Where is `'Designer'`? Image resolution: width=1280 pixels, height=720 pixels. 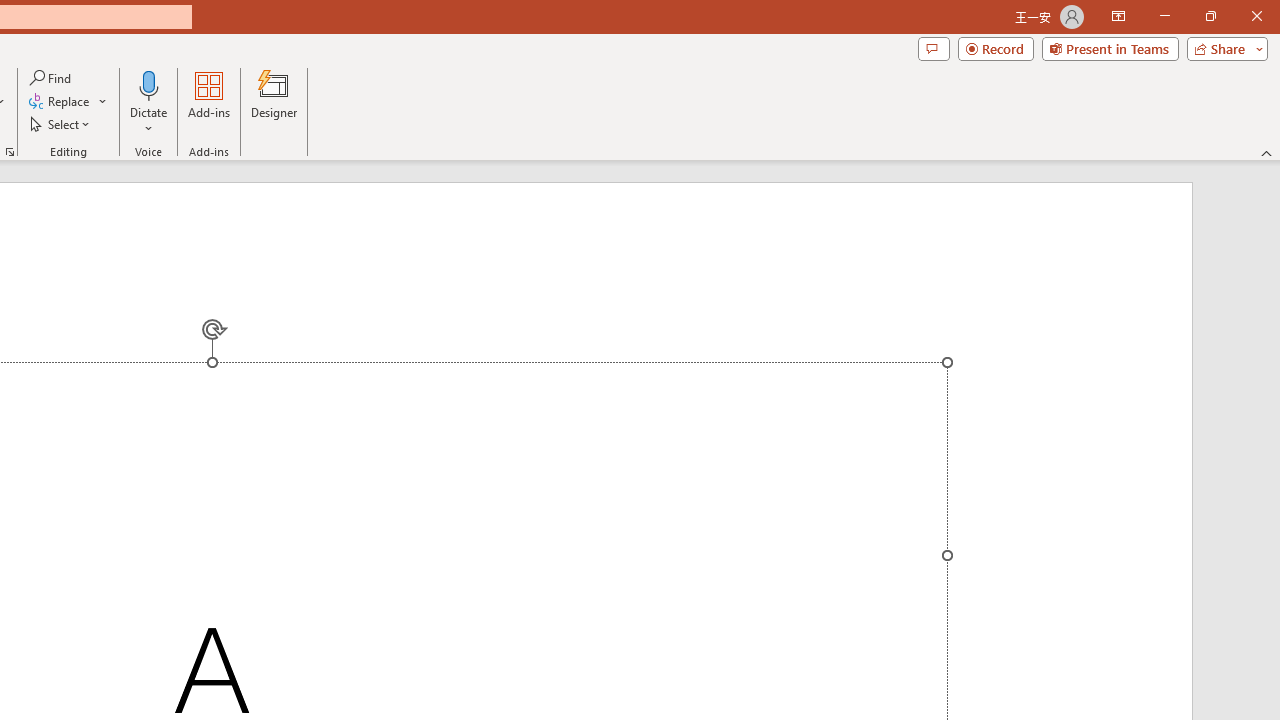 'Designer' is located at coordinates (273, 103).